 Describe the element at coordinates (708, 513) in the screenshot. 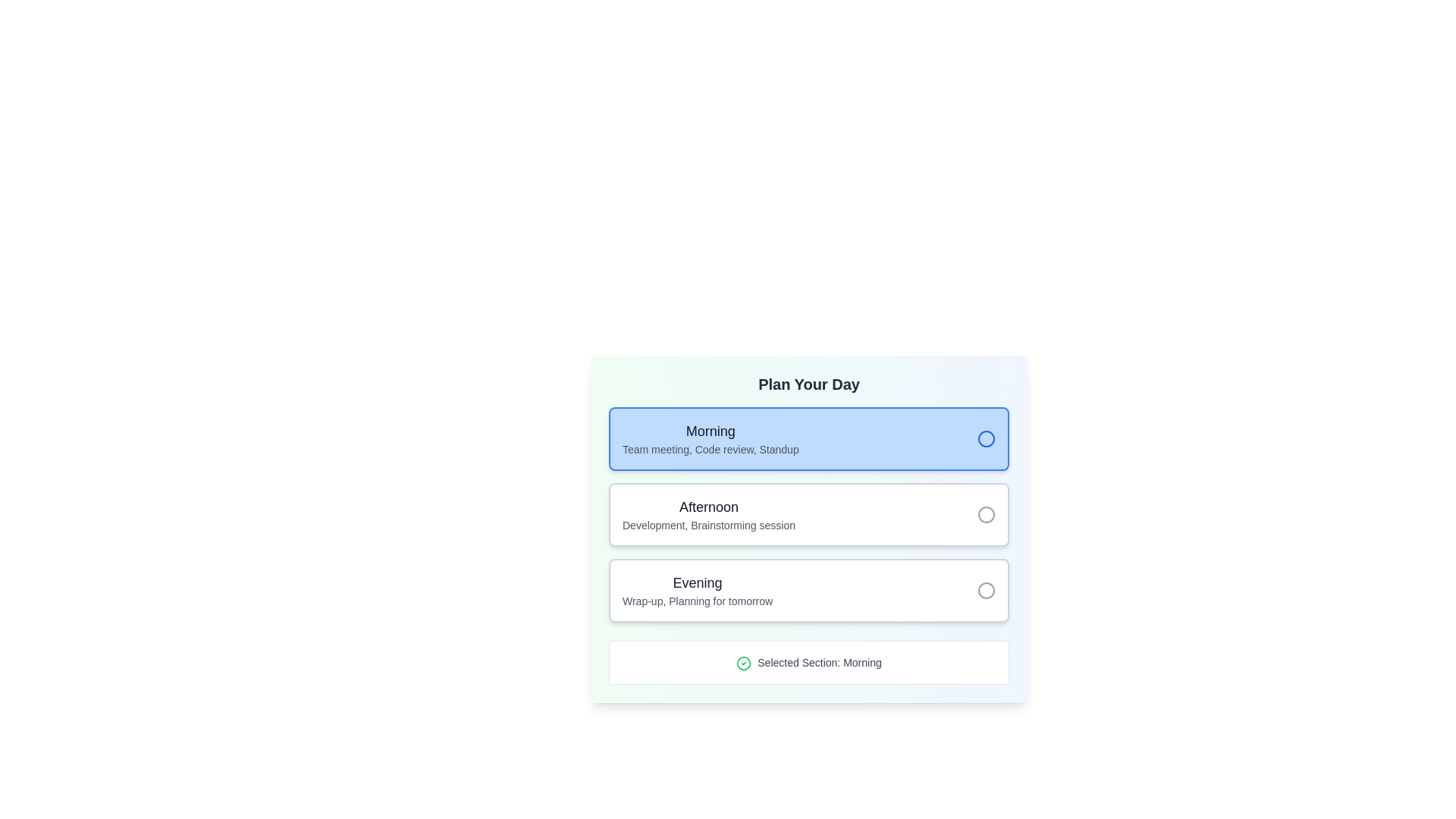

I see `text of the selectable afternoon session option label located in the 'Plan Your Day' card, positioned below the 'Morning' option and above the 'Evening' option` at that location.